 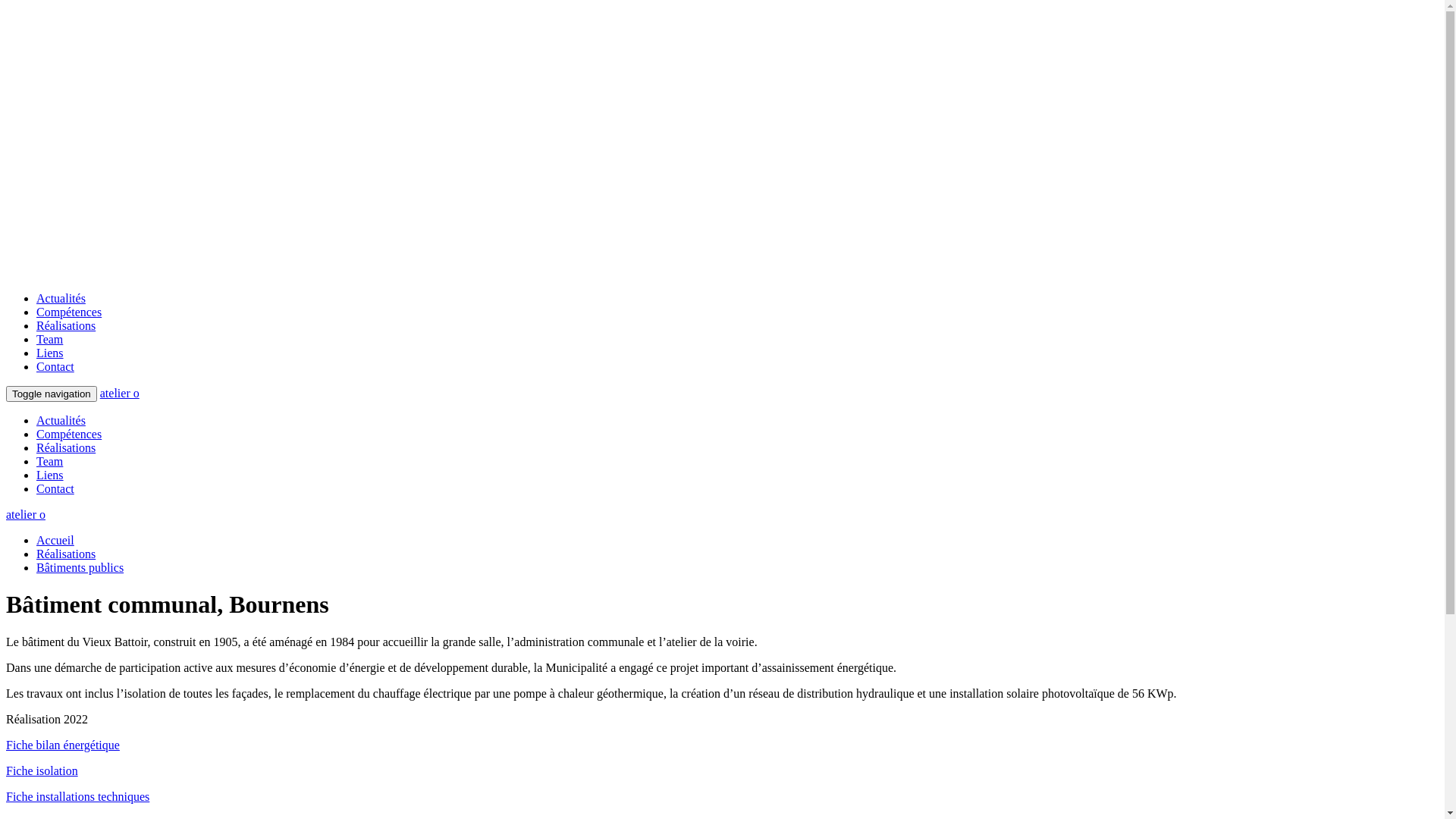 What do you see at coordinates (51, 393) in the screenshot?
I see `'Toggle navigation'` at bounding box center [51, 393].